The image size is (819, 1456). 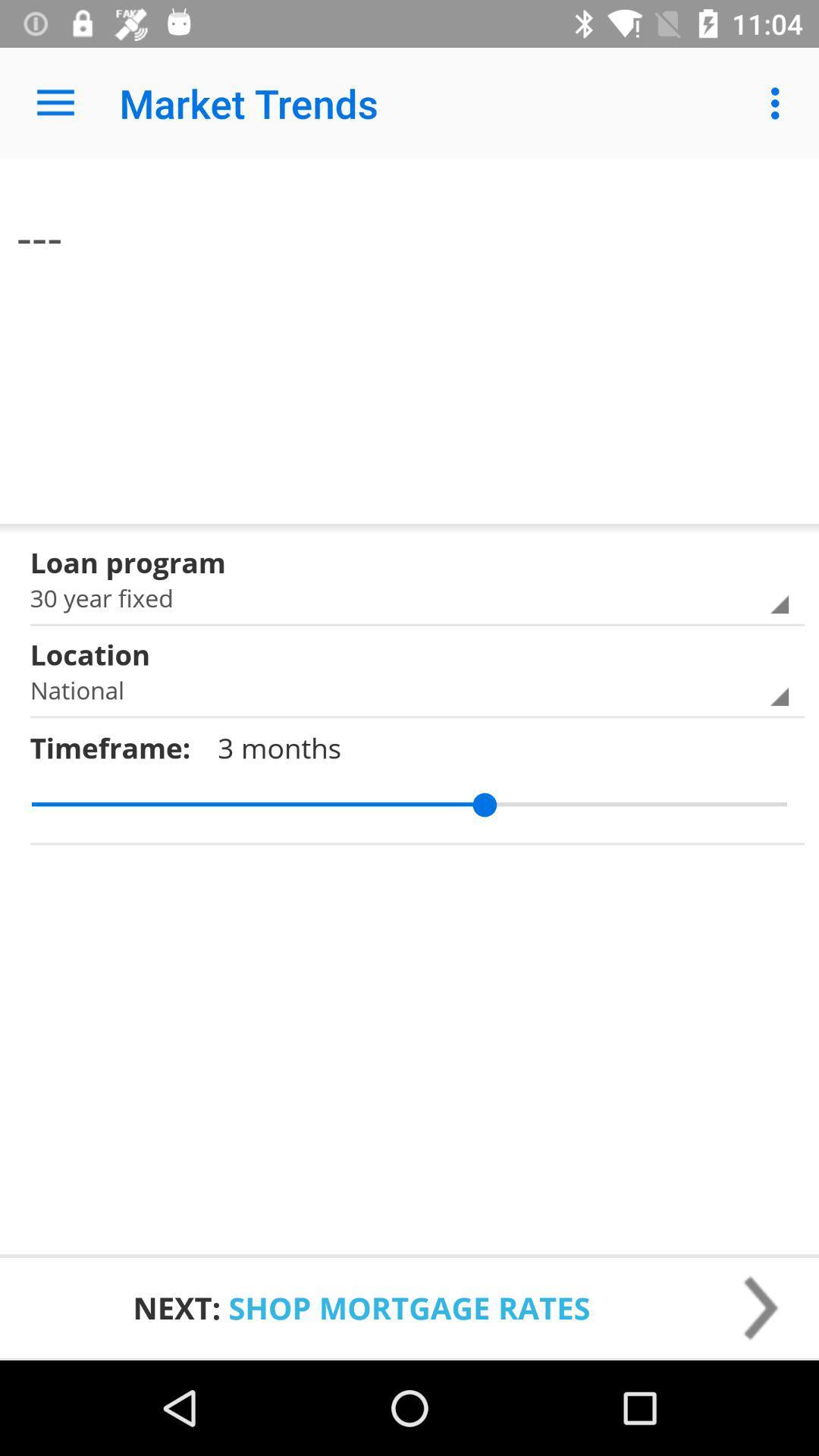 I want to click on item next to the market trends, so click(x=55, y=102).